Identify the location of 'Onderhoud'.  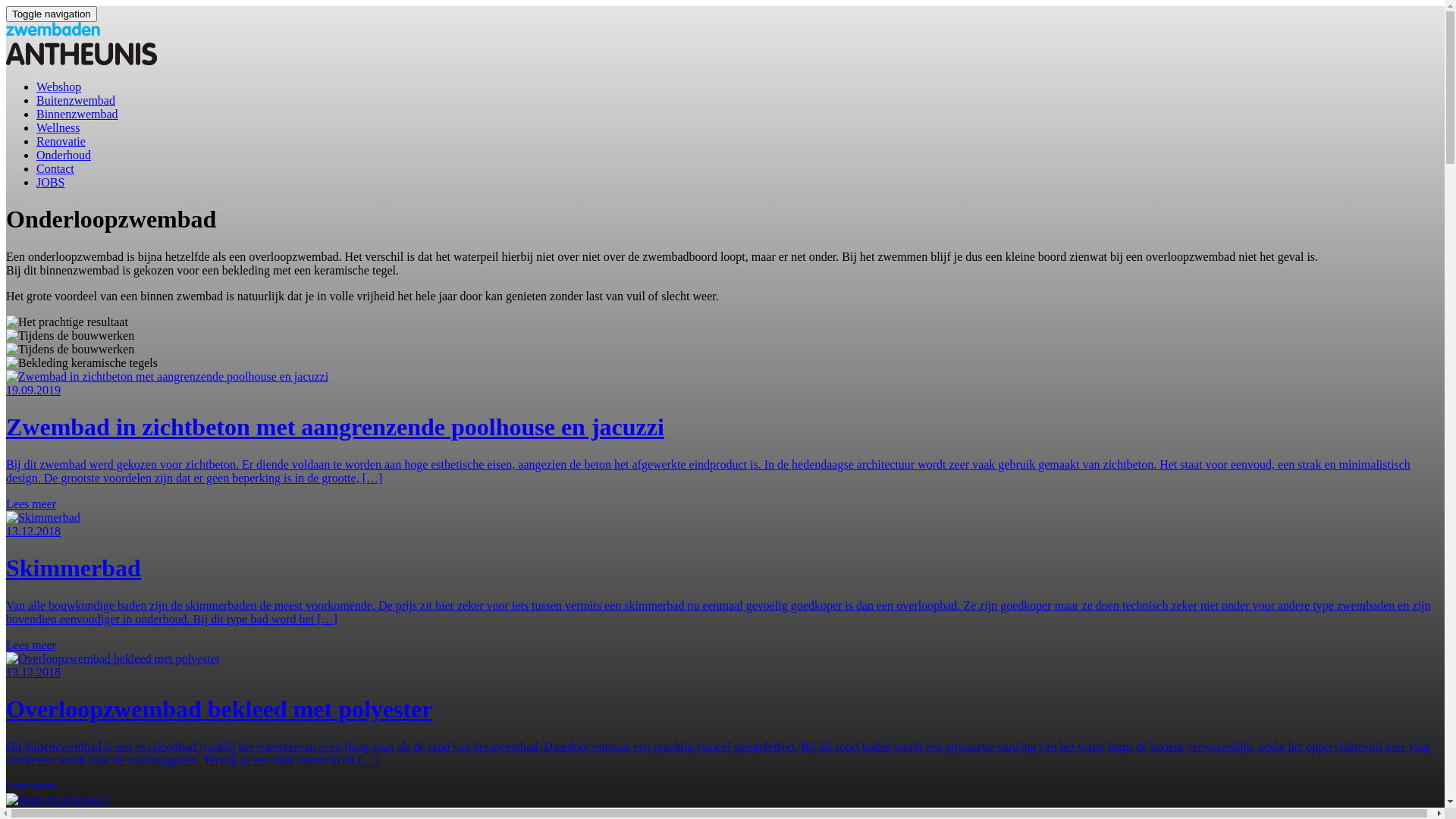
(62, 155).